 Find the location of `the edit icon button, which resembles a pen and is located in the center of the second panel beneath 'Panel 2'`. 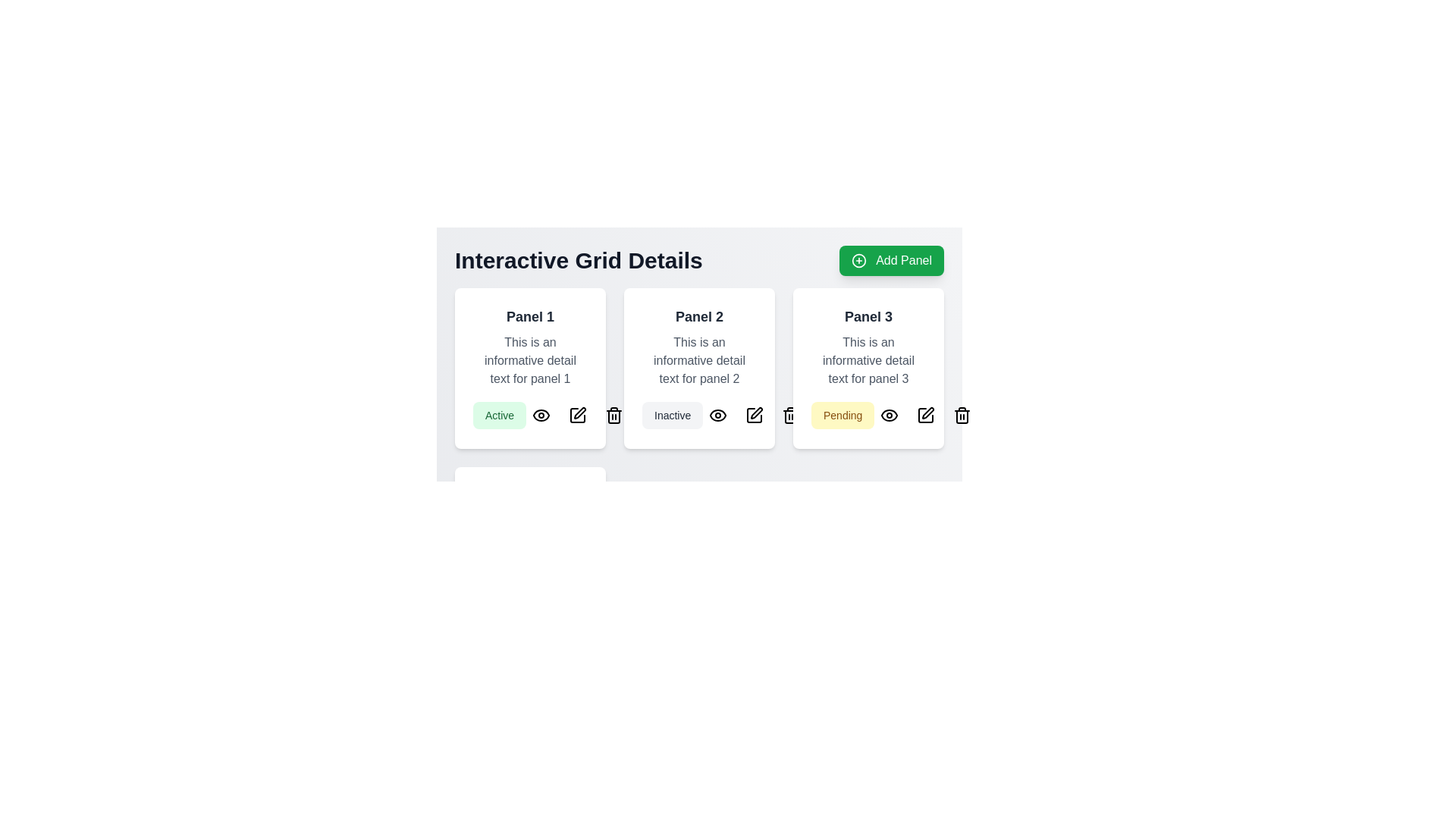

the edit icon button, which resembles a pen and is located in the center of the second panel beneath 'Panel 2' is located at coordinates (755, 415).